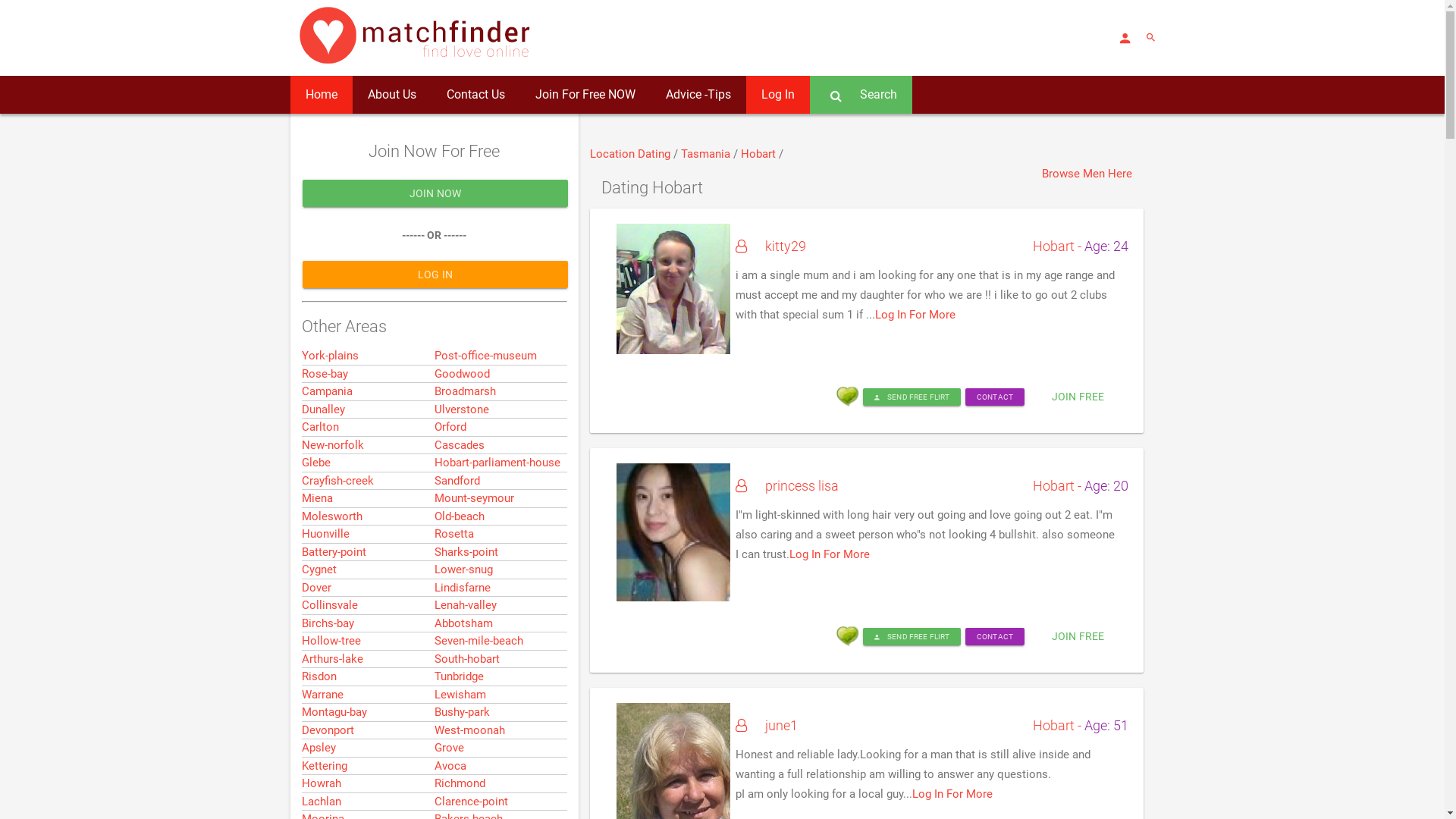 Image resolution: width=1456 pixels, height=819 pixels. Describe the element at coordinates (302, 374) in the screenshot. I see `'Rose-bay'` at that location.